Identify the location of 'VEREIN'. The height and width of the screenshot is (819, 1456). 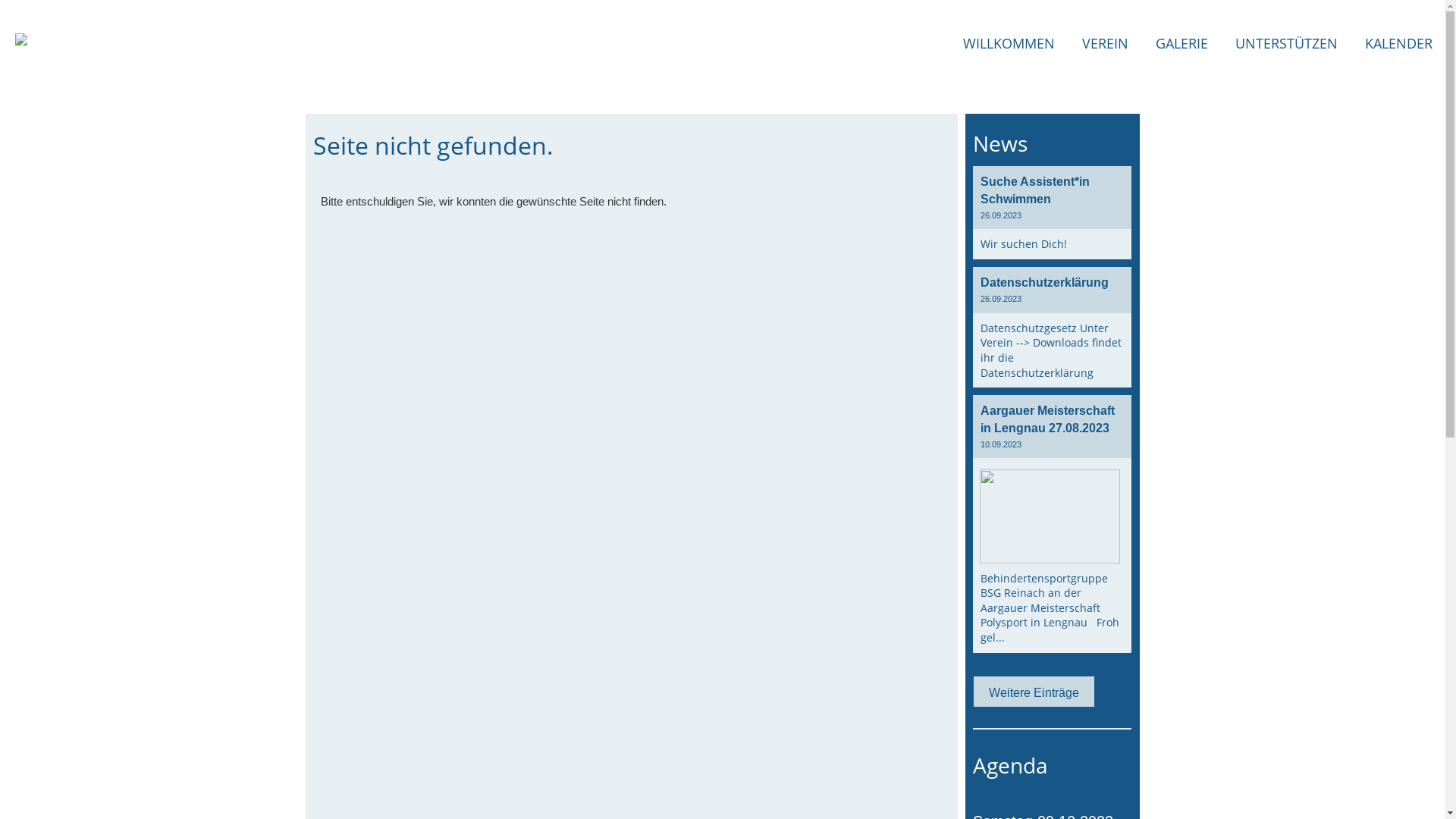
(1105, 42).